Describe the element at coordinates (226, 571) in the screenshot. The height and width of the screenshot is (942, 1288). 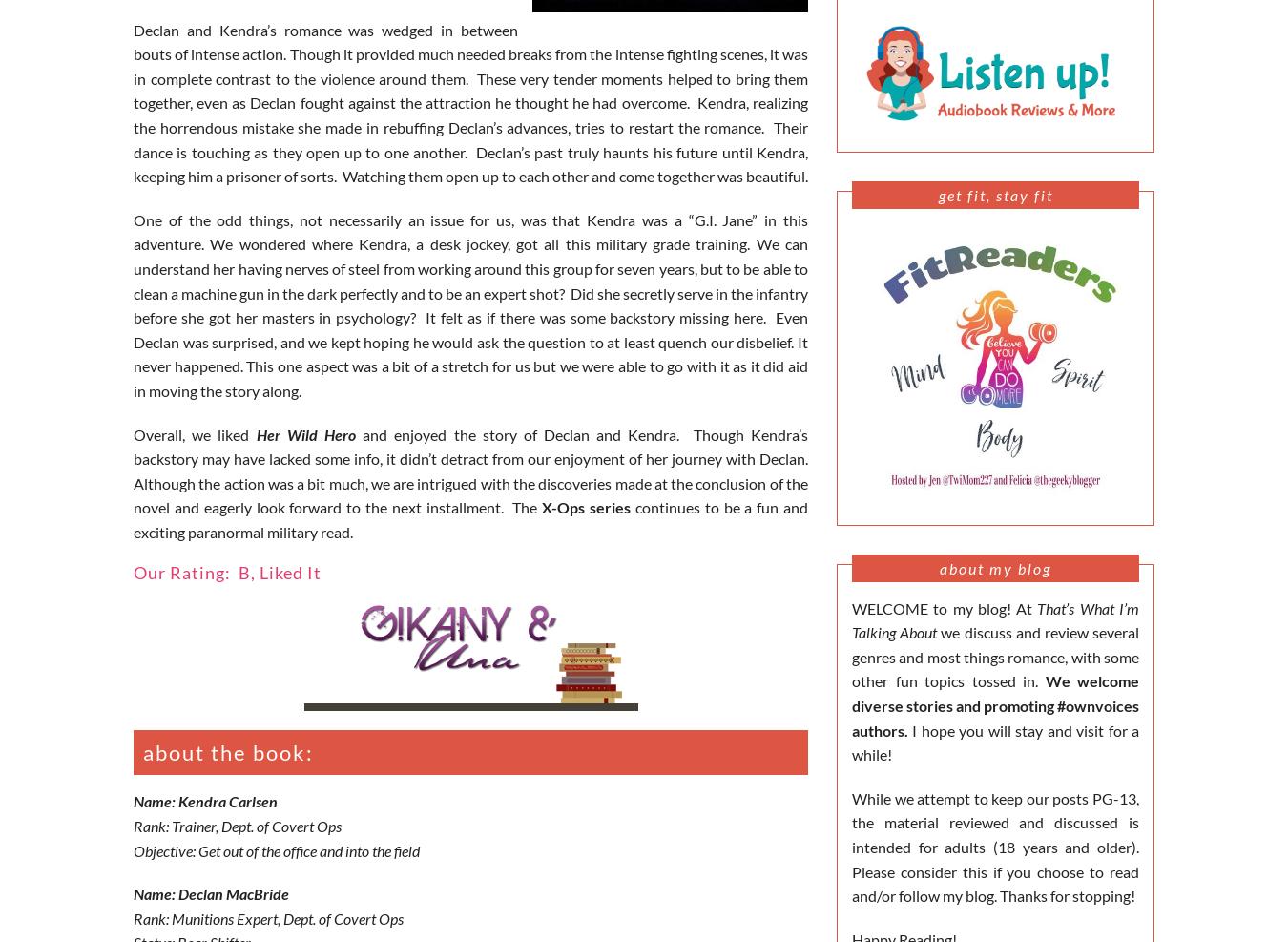
I see `'Our Rating:  B, Liked It'` at that location.